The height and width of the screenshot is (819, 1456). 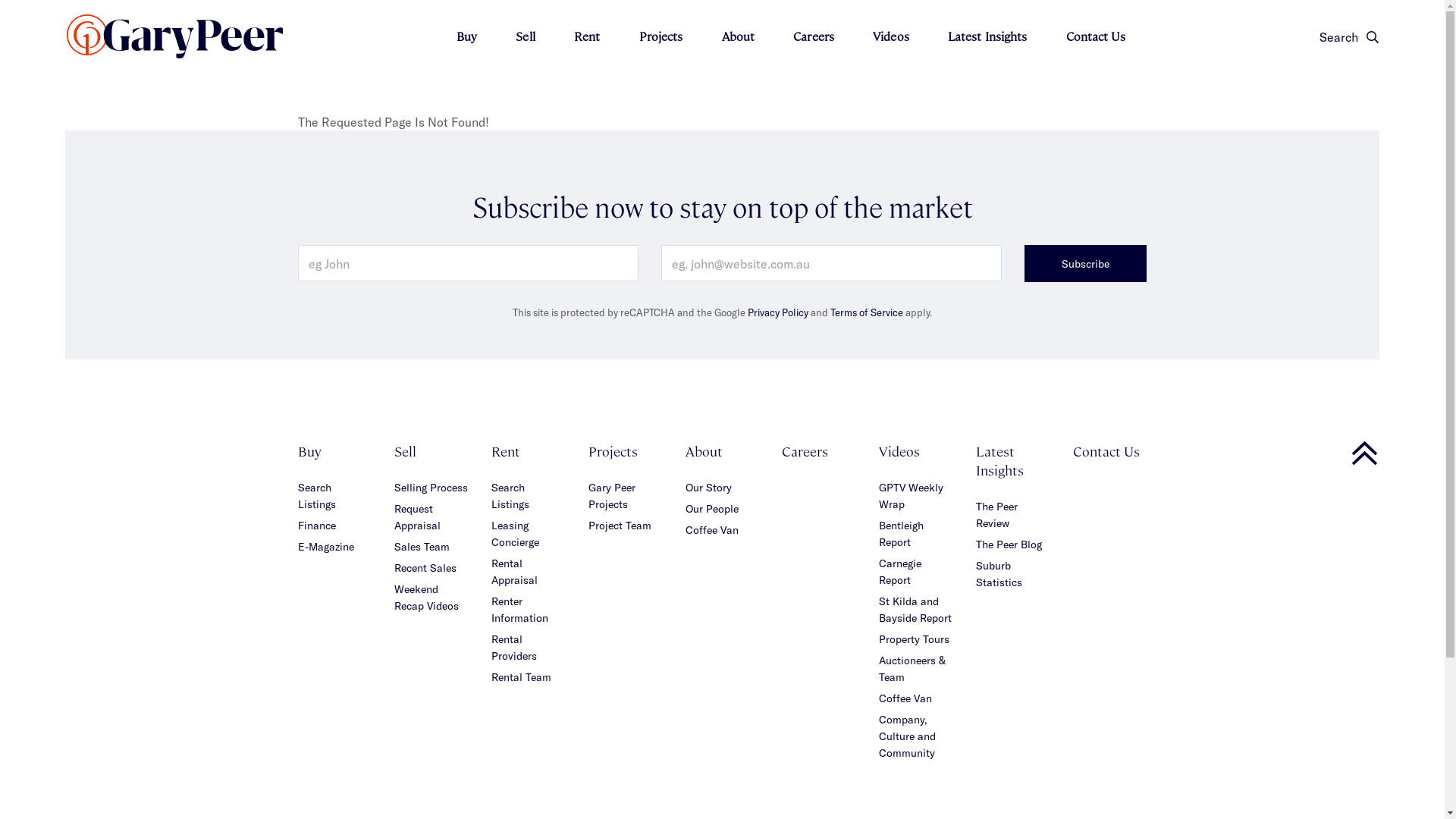 What do you see at coordinates (422, 546) in the screenshot?
I see `'Sales Team'` at bounding box center [422, 546].